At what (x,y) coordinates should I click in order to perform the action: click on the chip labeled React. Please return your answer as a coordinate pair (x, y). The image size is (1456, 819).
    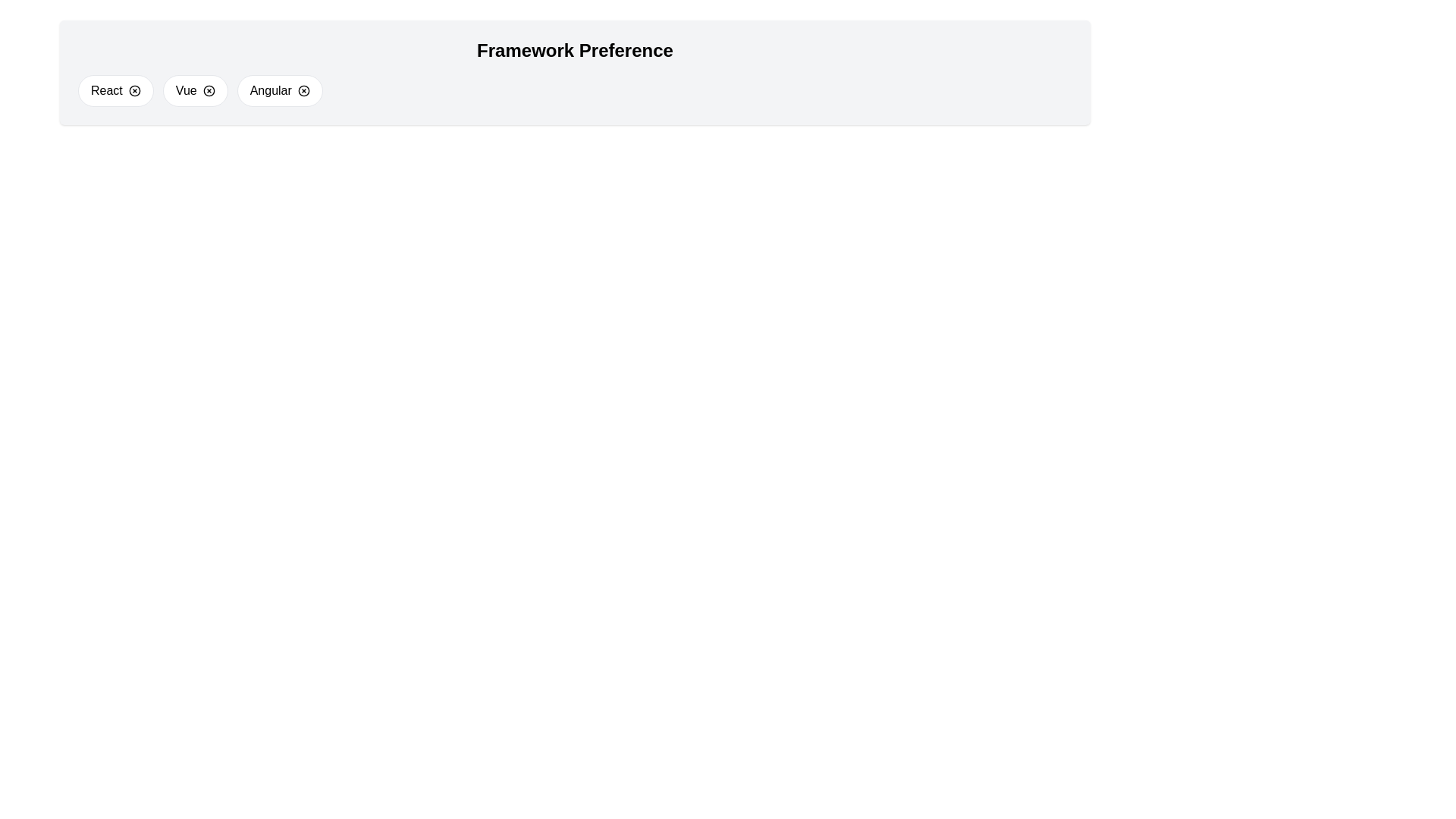
    Looking at the image, I should click on (115, 90).